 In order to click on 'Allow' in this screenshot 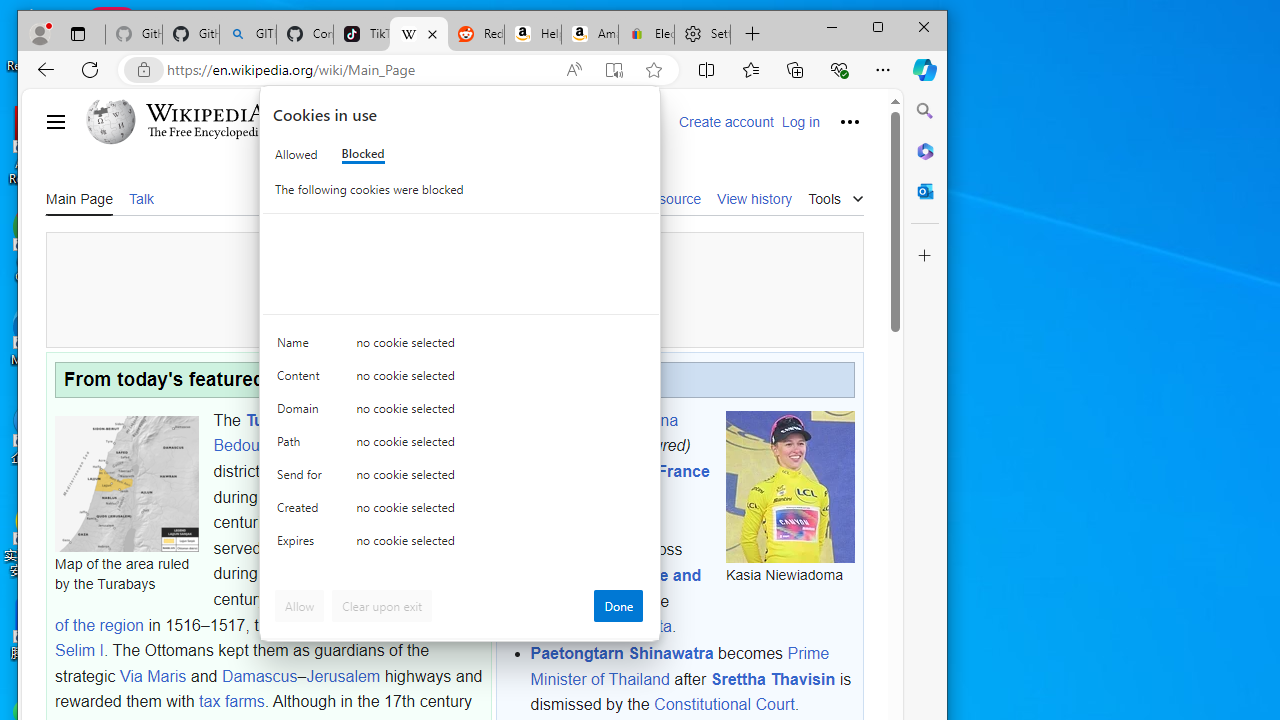, I will do `click(299, 604)`.